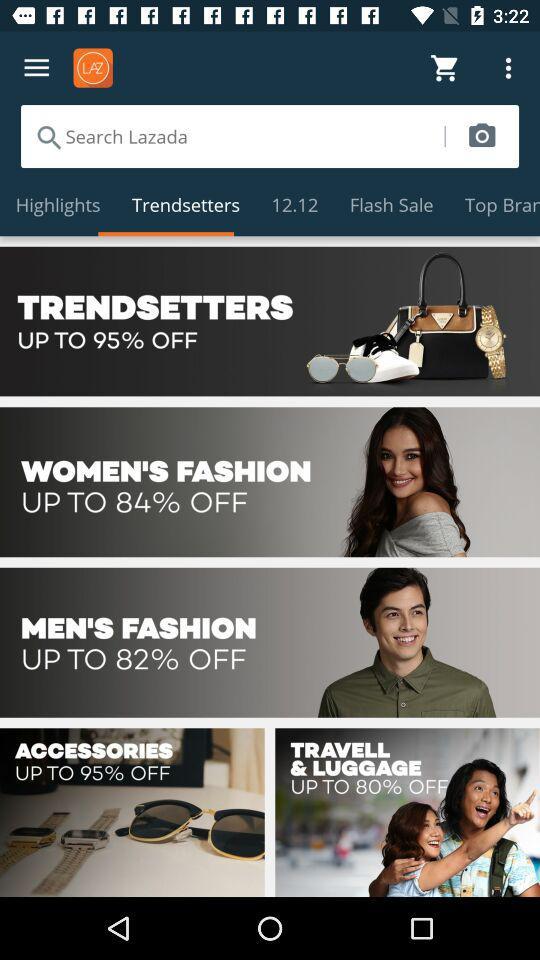  What do you see at coordinates (36, 68) in the screenshot?
I see `open the menu` at bounding box center [36, 68].